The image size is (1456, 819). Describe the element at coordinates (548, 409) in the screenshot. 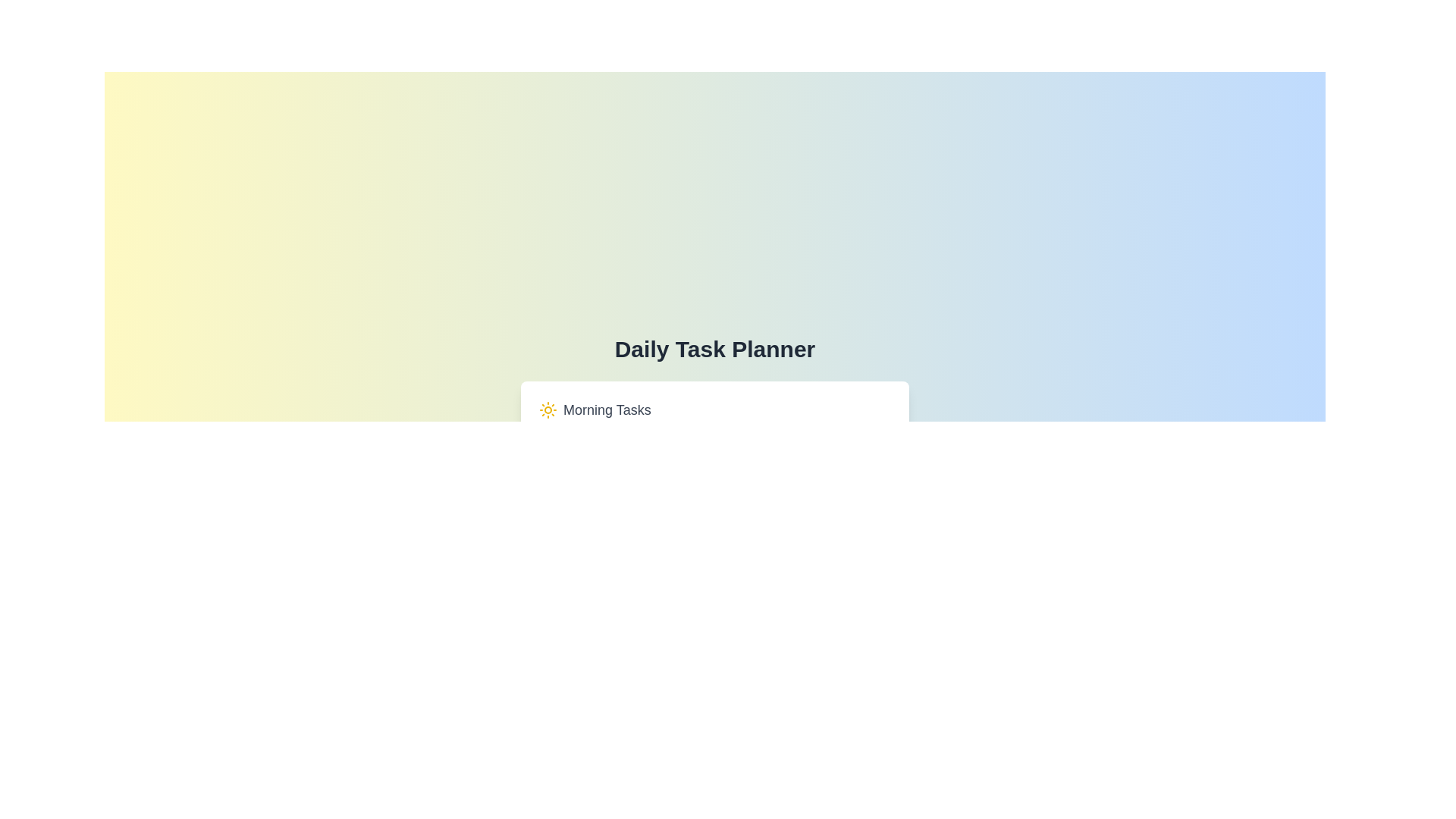

I see `the small sun-shaped graphic icon, which is yellow and positioned` at that location.